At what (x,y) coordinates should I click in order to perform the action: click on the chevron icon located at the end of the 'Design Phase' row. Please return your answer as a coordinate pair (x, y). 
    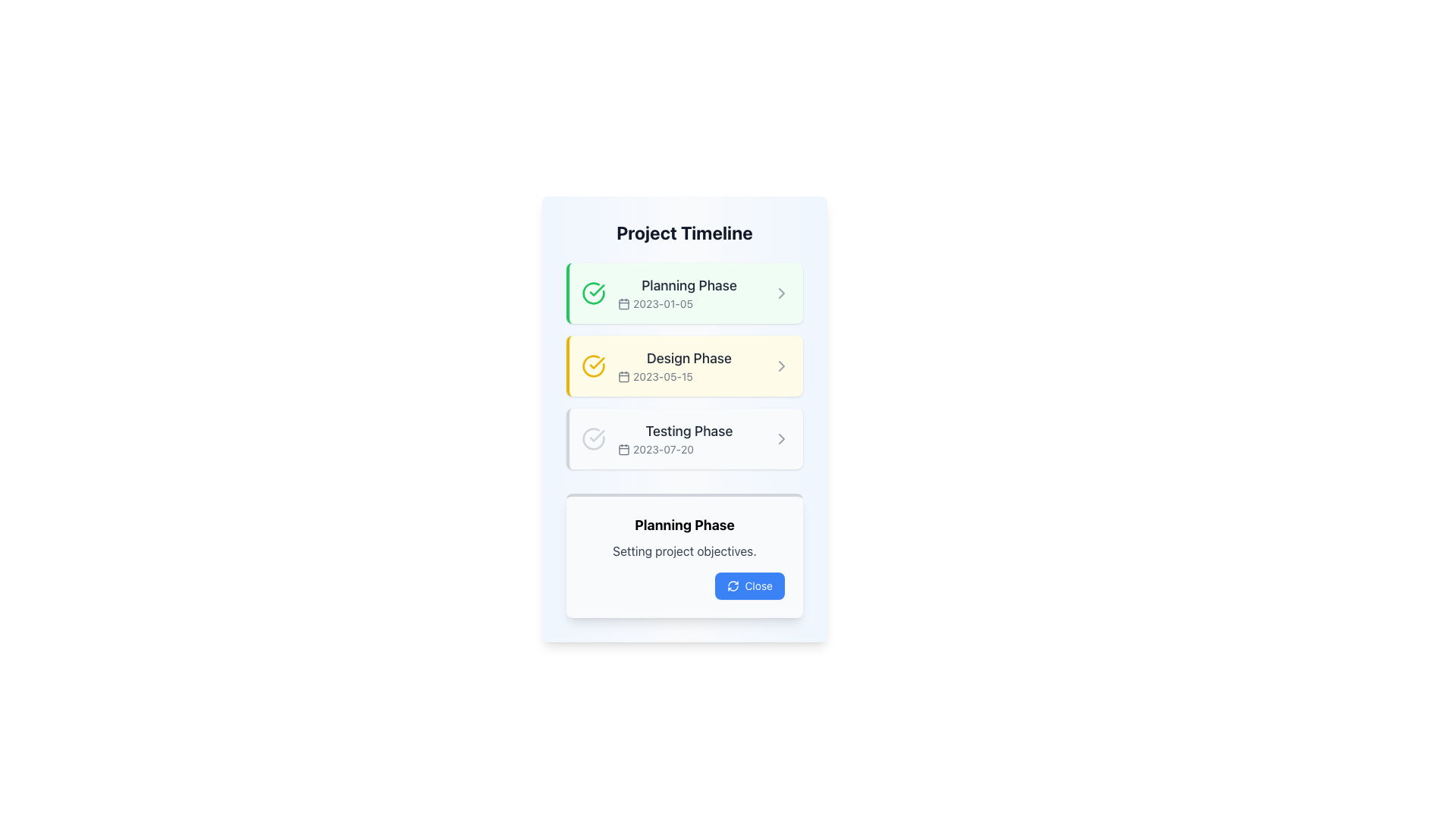
    Looking at the image, I should click on (782, 366).